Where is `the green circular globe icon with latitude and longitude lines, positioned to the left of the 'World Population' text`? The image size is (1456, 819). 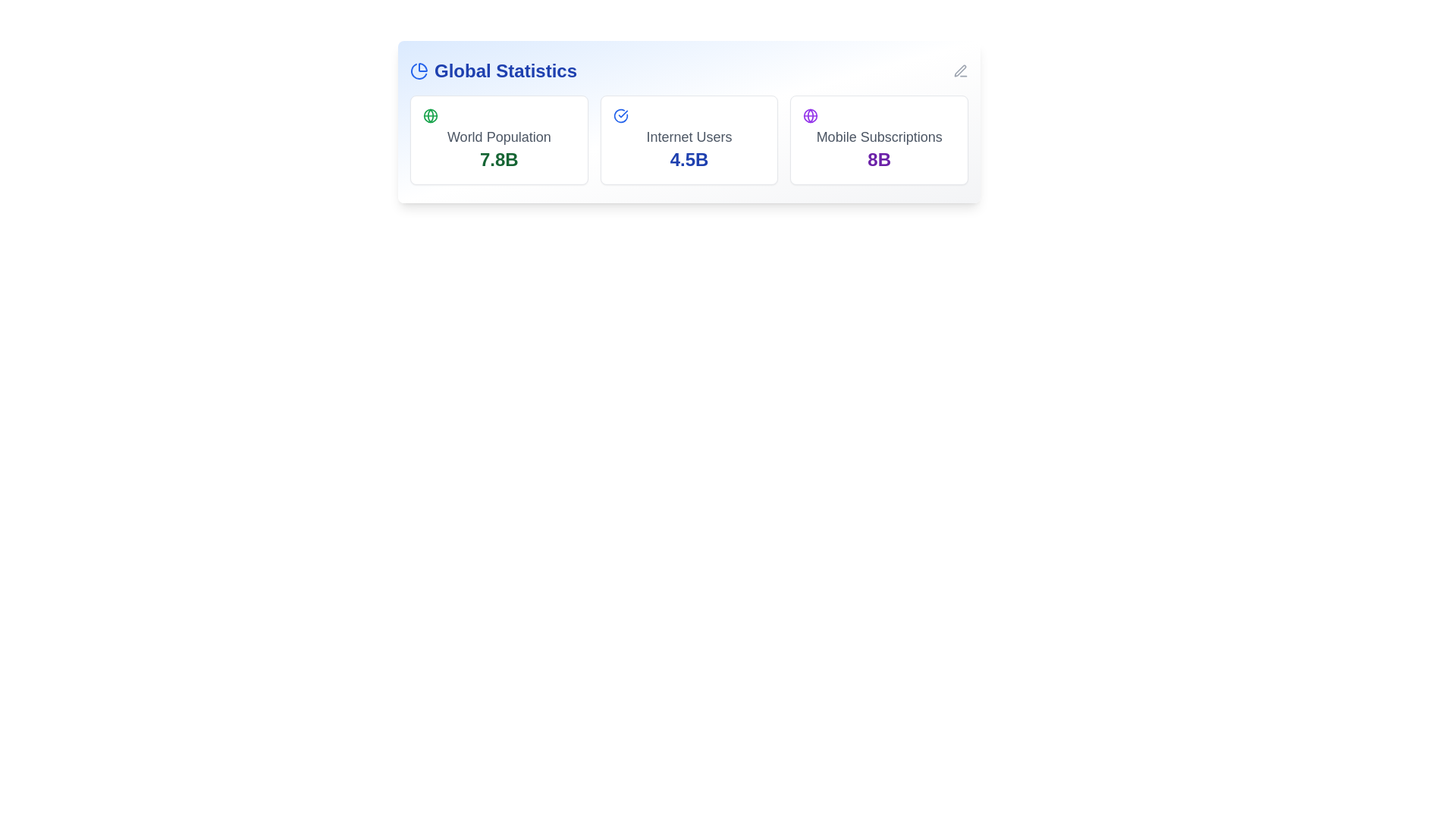
the green circular globe icon with latitude and longitude lines, positioned to the left of the 'World Population' text is located at coordinates (429, 115).